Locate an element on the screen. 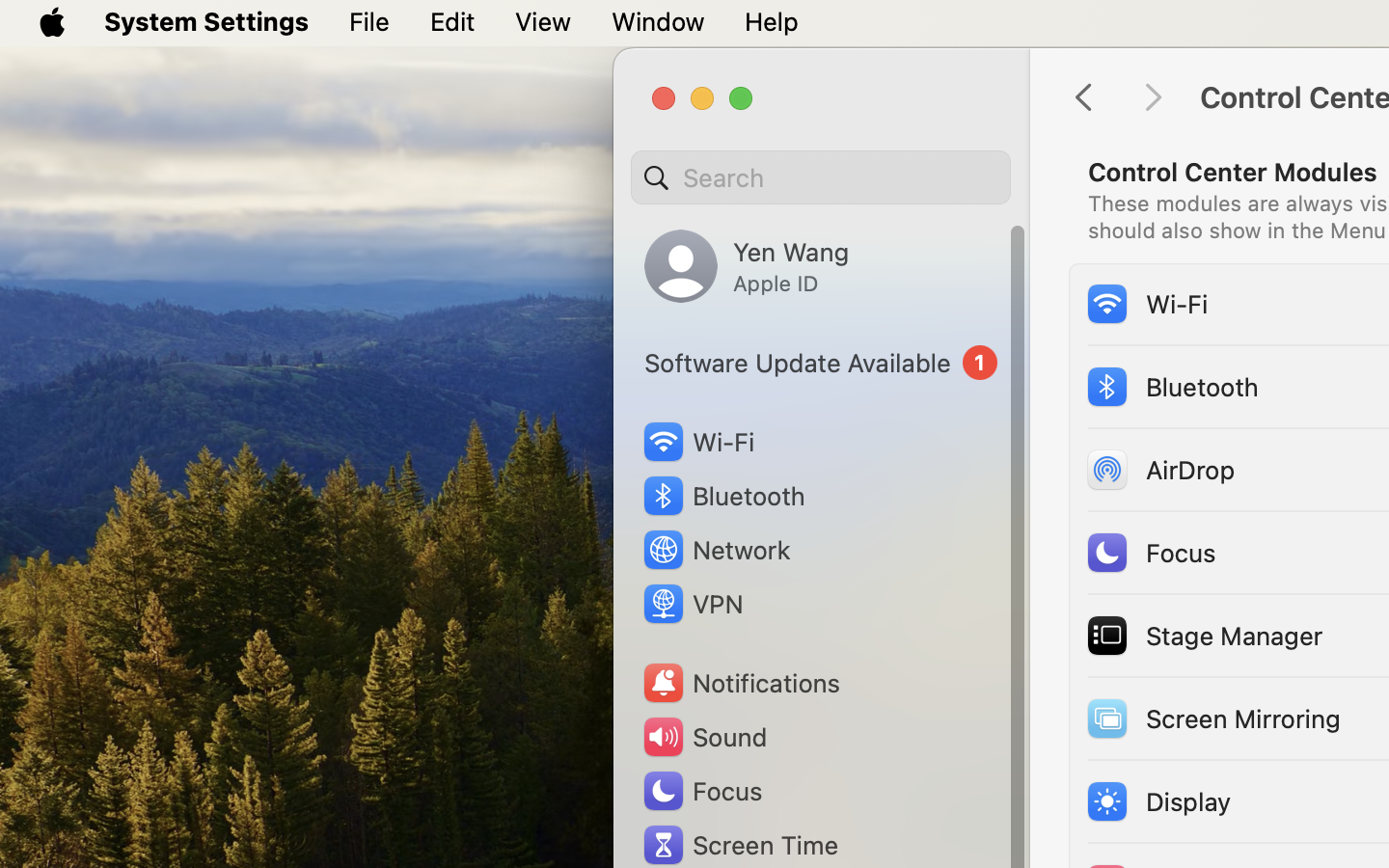 Image resolution: width=1389 pixels, height=868 pixels. 'Display' is located at coordinates (1157, 800).